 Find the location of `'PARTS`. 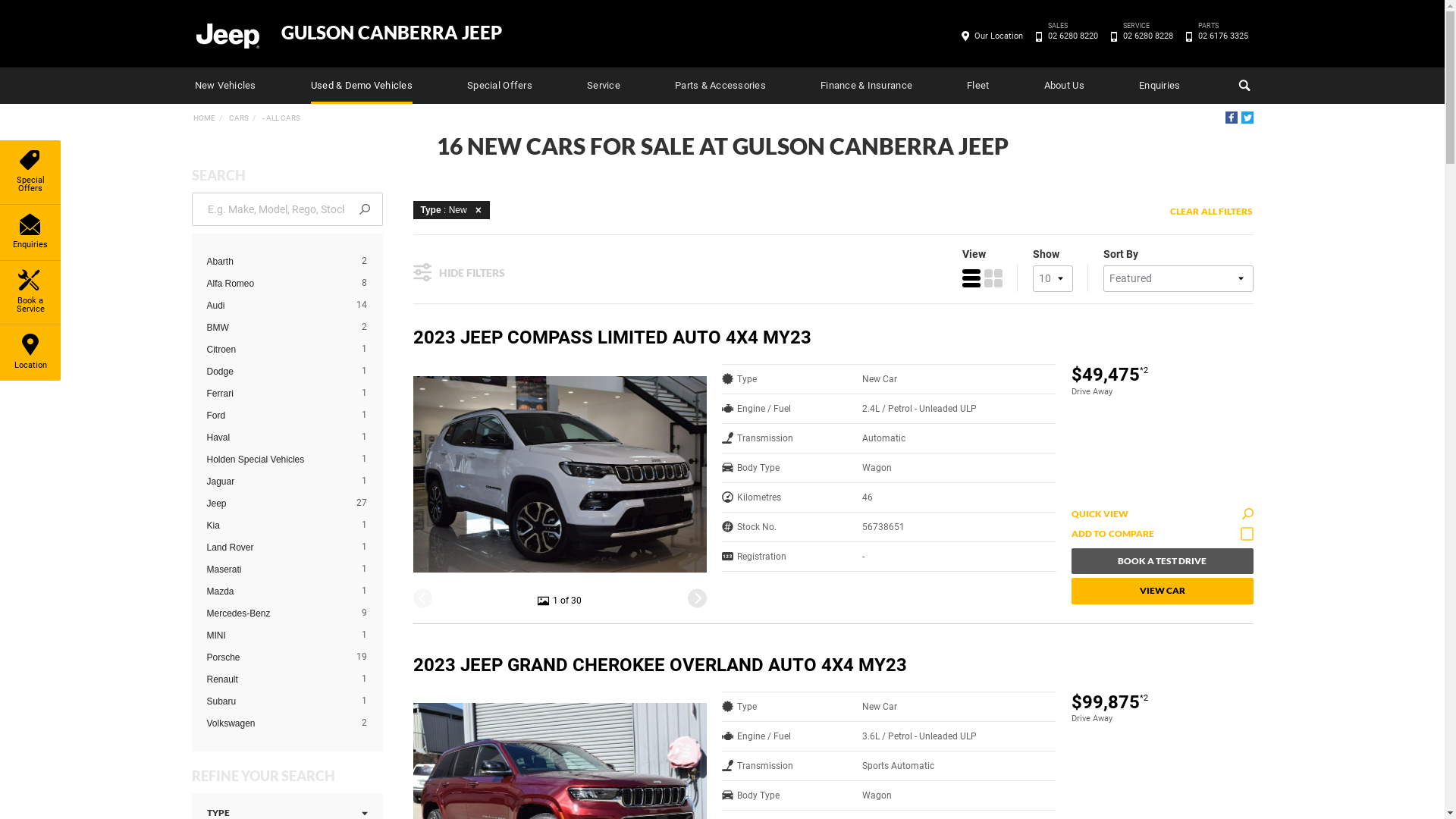

'PARTS is located at coordinates (1191, 35).